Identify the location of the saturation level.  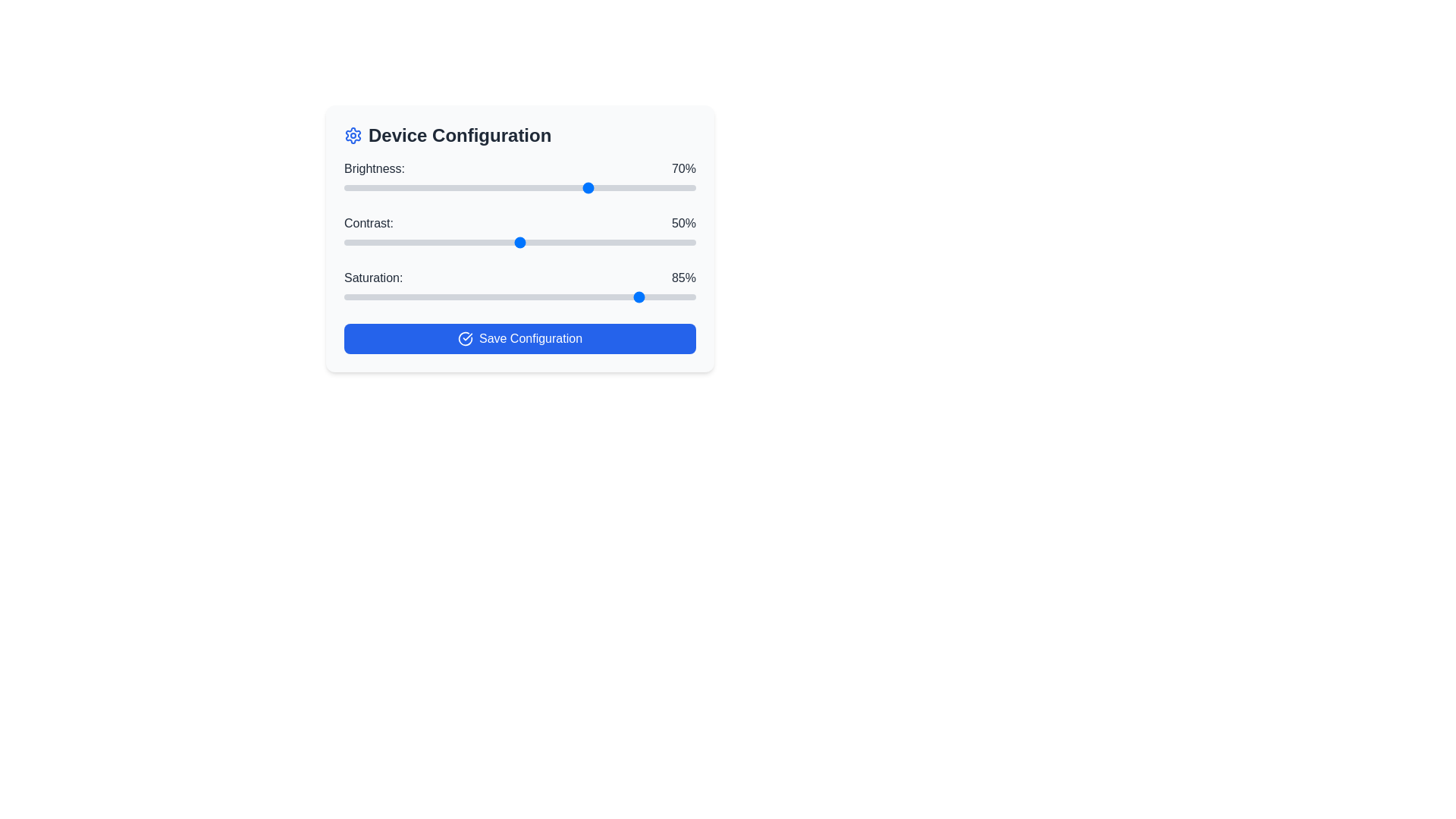
(674, 297).